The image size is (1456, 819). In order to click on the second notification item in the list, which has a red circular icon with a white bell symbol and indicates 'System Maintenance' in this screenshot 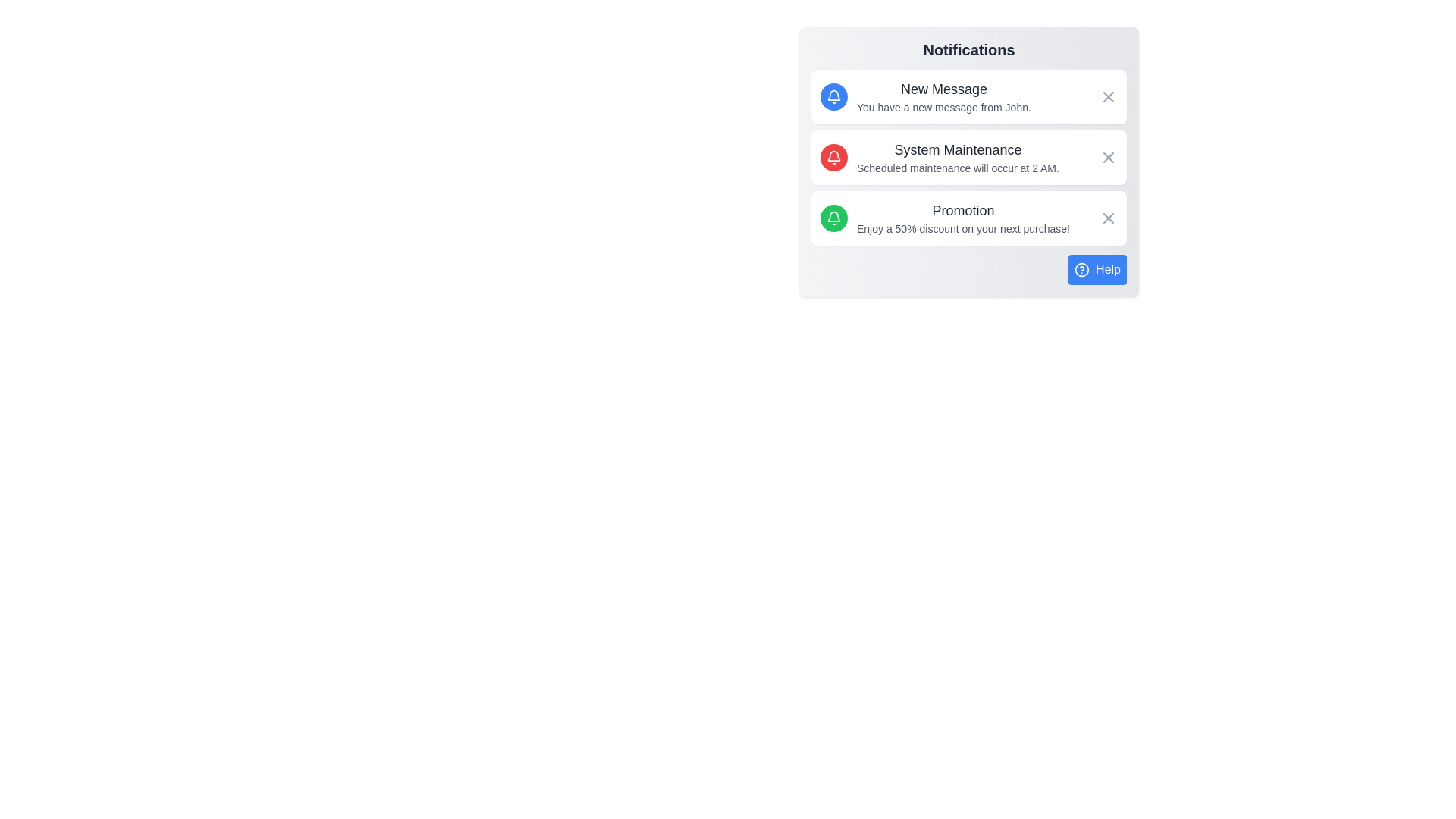, I will do `click(939, 158)`.